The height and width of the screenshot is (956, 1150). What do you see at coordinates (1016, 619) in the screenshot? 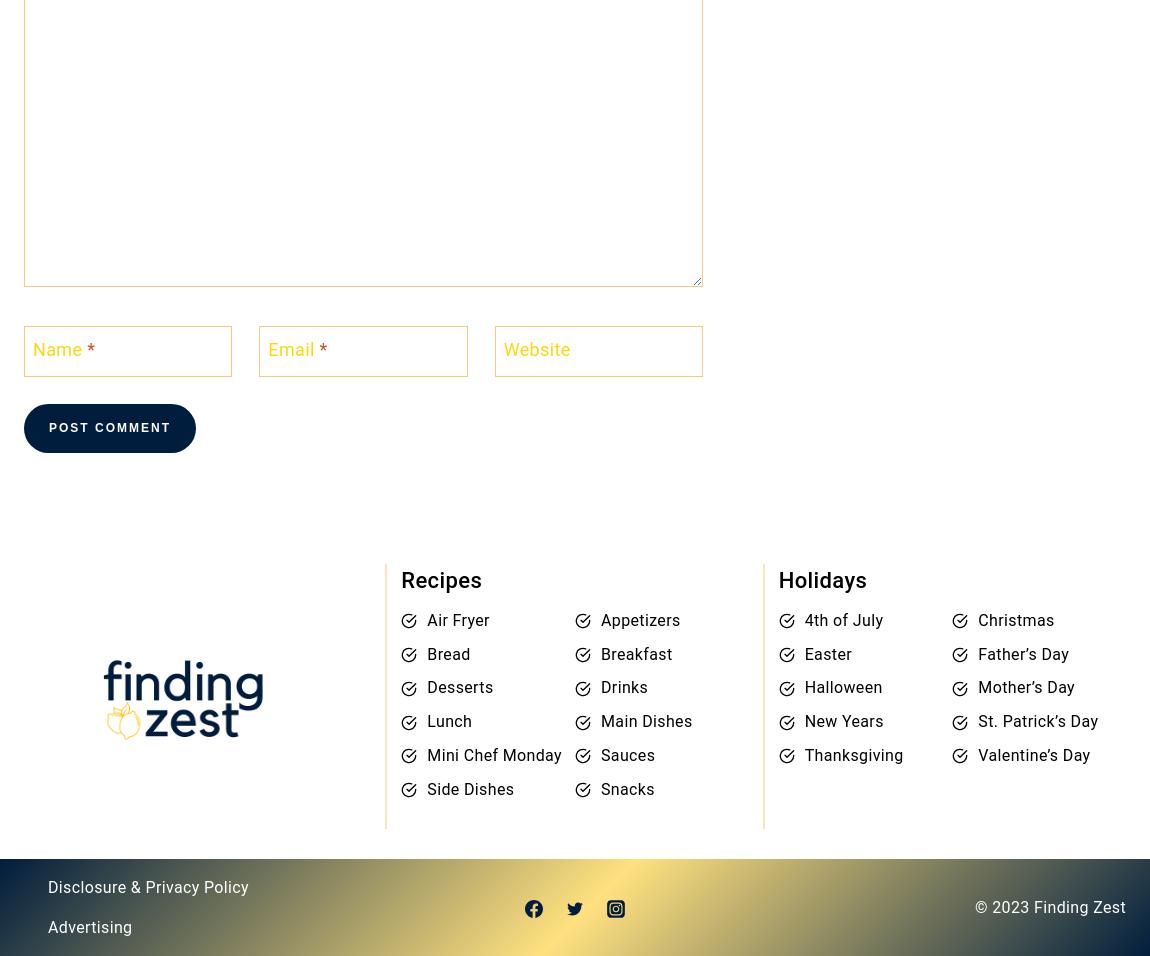
I see `'Christmas'` at bounding box center [1016, 619].